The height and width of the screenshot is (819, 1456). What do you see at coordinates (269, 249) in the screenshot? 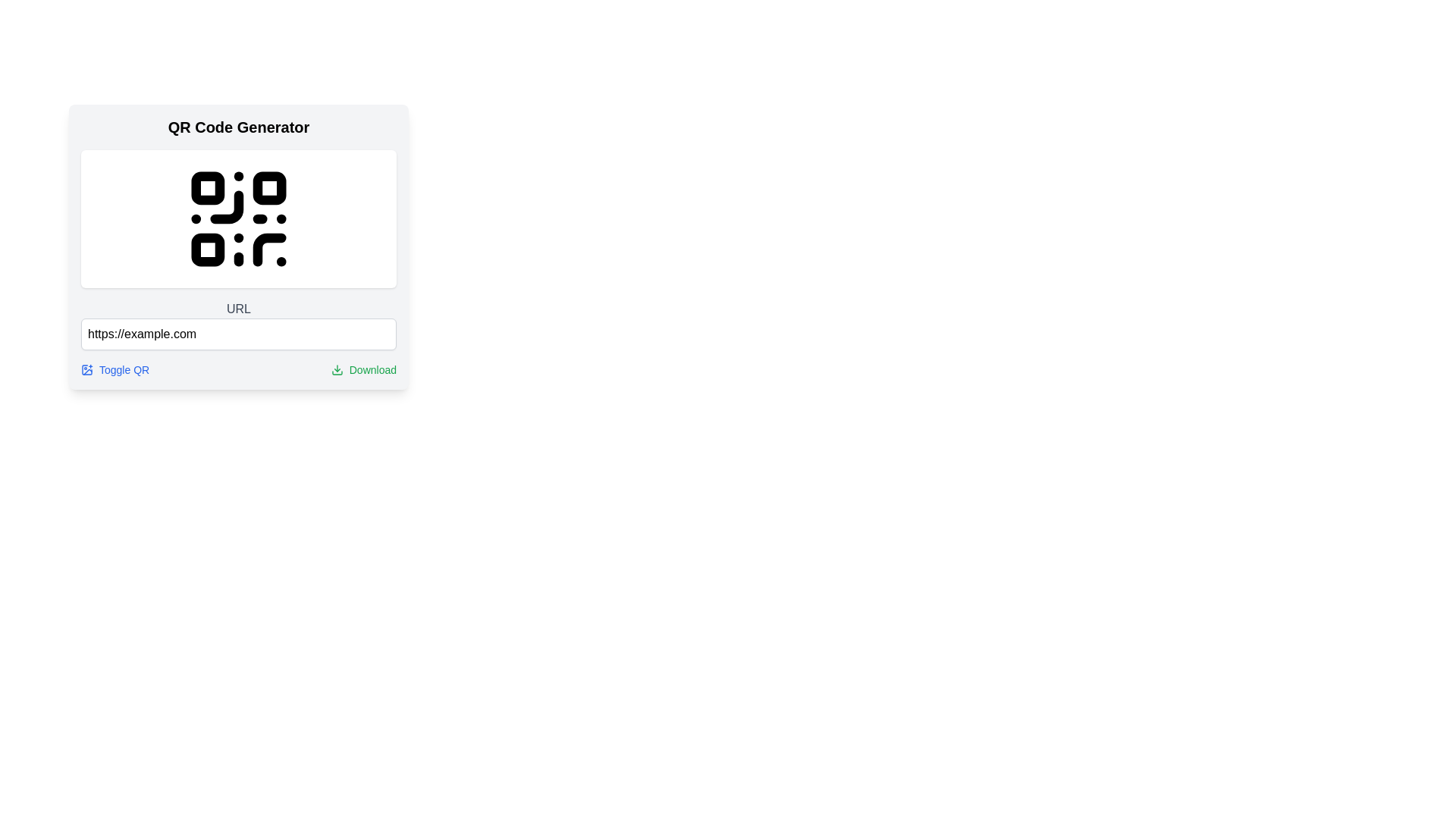
I see `the Curve element, which is centrally positioned within the bottom-right square of the QR code` at bounding box center [269, 249].